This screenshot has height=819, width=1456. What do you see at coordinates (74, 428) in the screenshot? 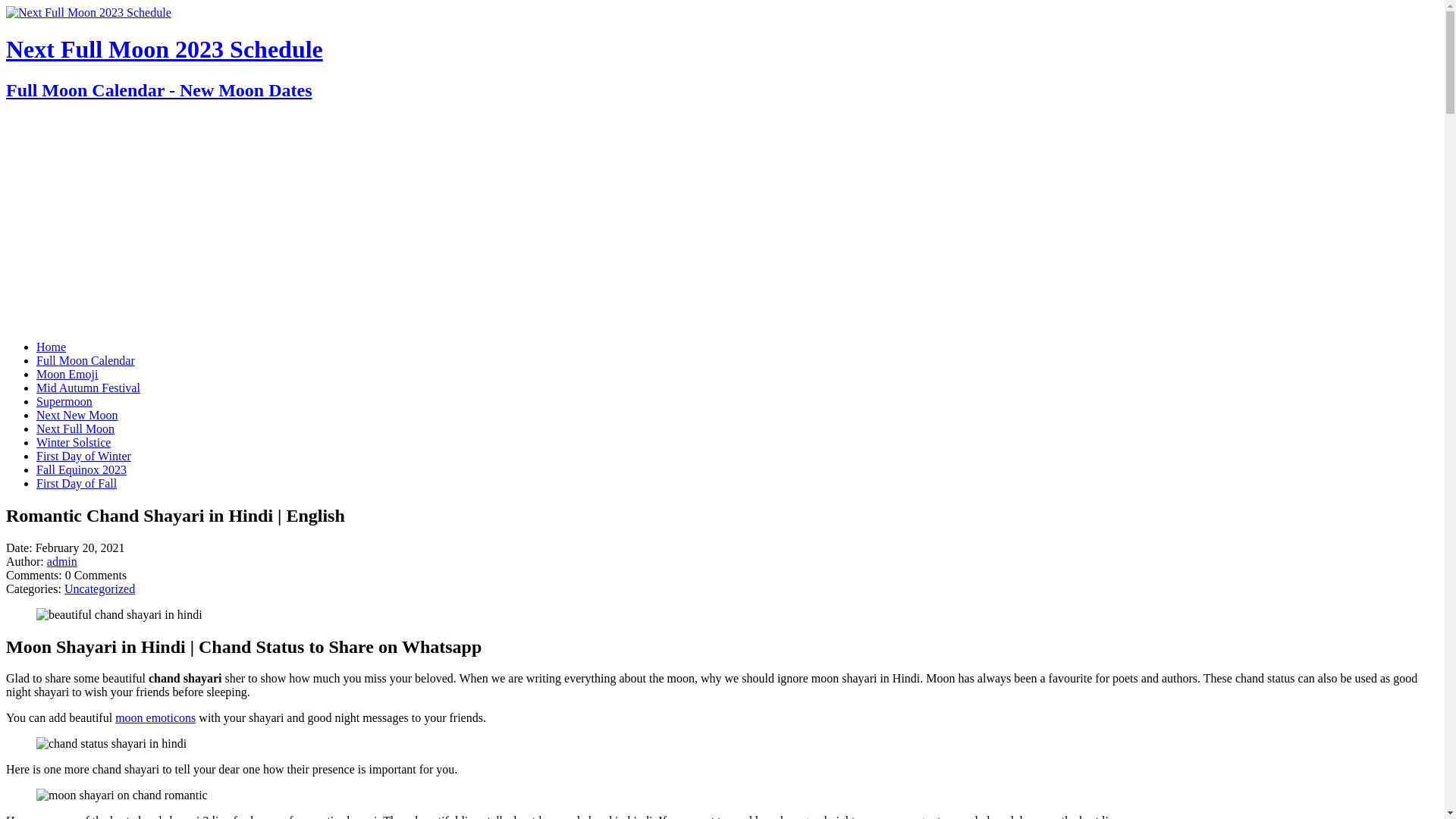
I see `'Next Full Moon'` at bounding box center [74, 428].